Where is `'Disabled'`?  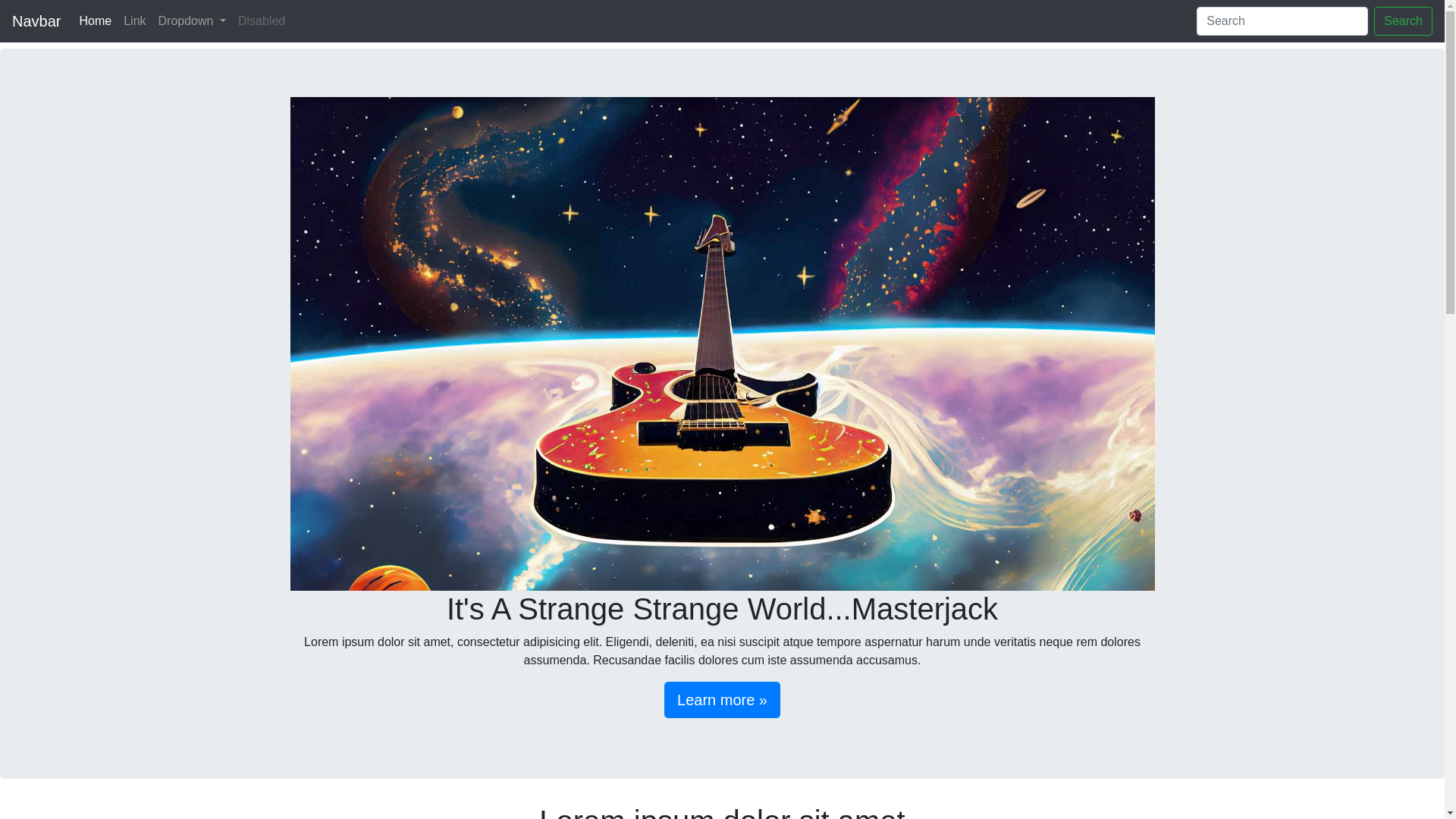
'Disabled' is located at coordinates (262, 20).